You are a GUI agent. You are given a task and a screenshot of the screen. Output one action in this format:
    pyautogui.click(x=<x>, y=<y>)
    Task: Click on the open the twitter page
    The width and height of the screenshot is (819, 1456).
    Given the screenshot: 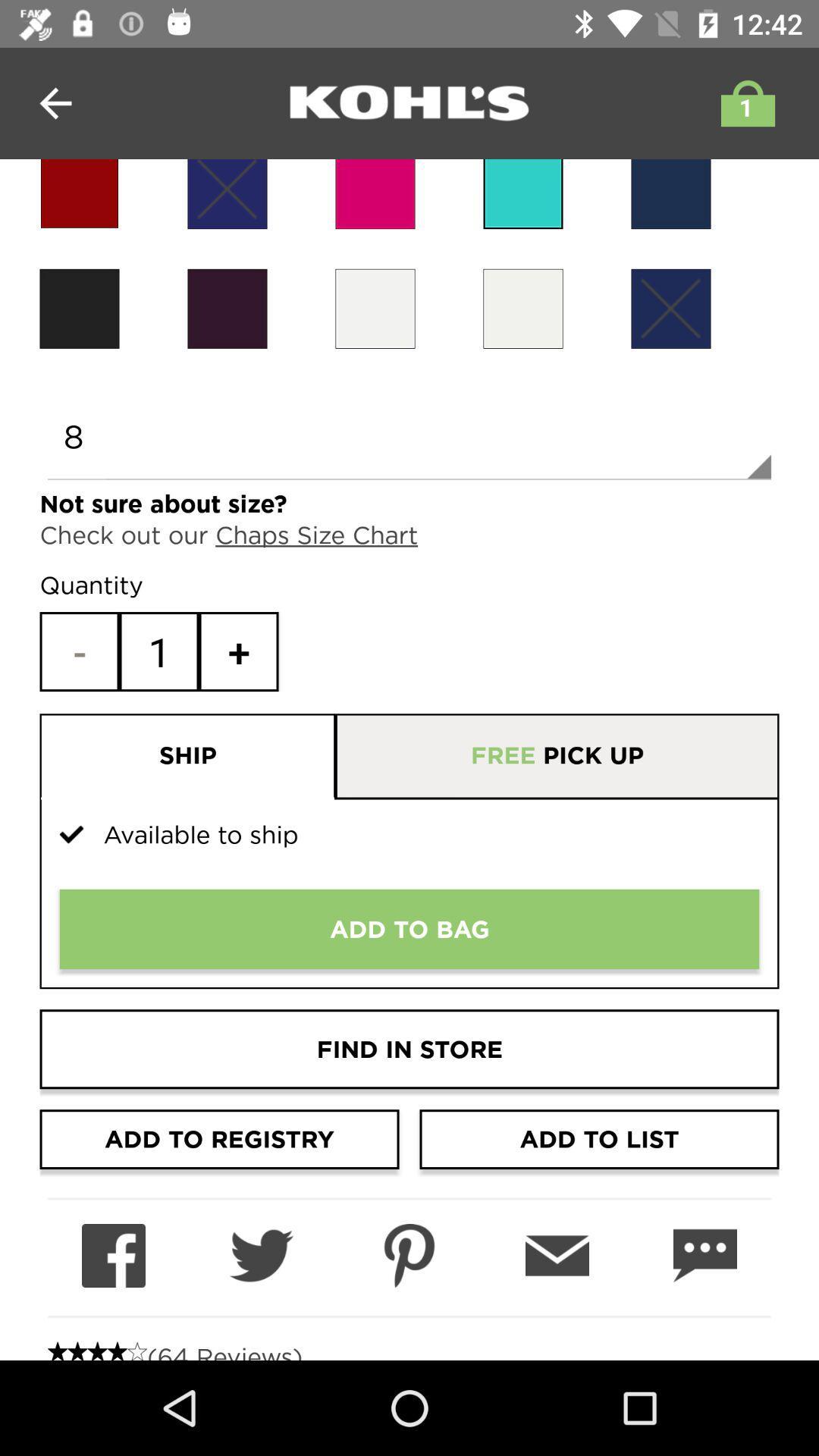 What is the action you would take?
    pyautogui.click(x=260, y=1256)
    